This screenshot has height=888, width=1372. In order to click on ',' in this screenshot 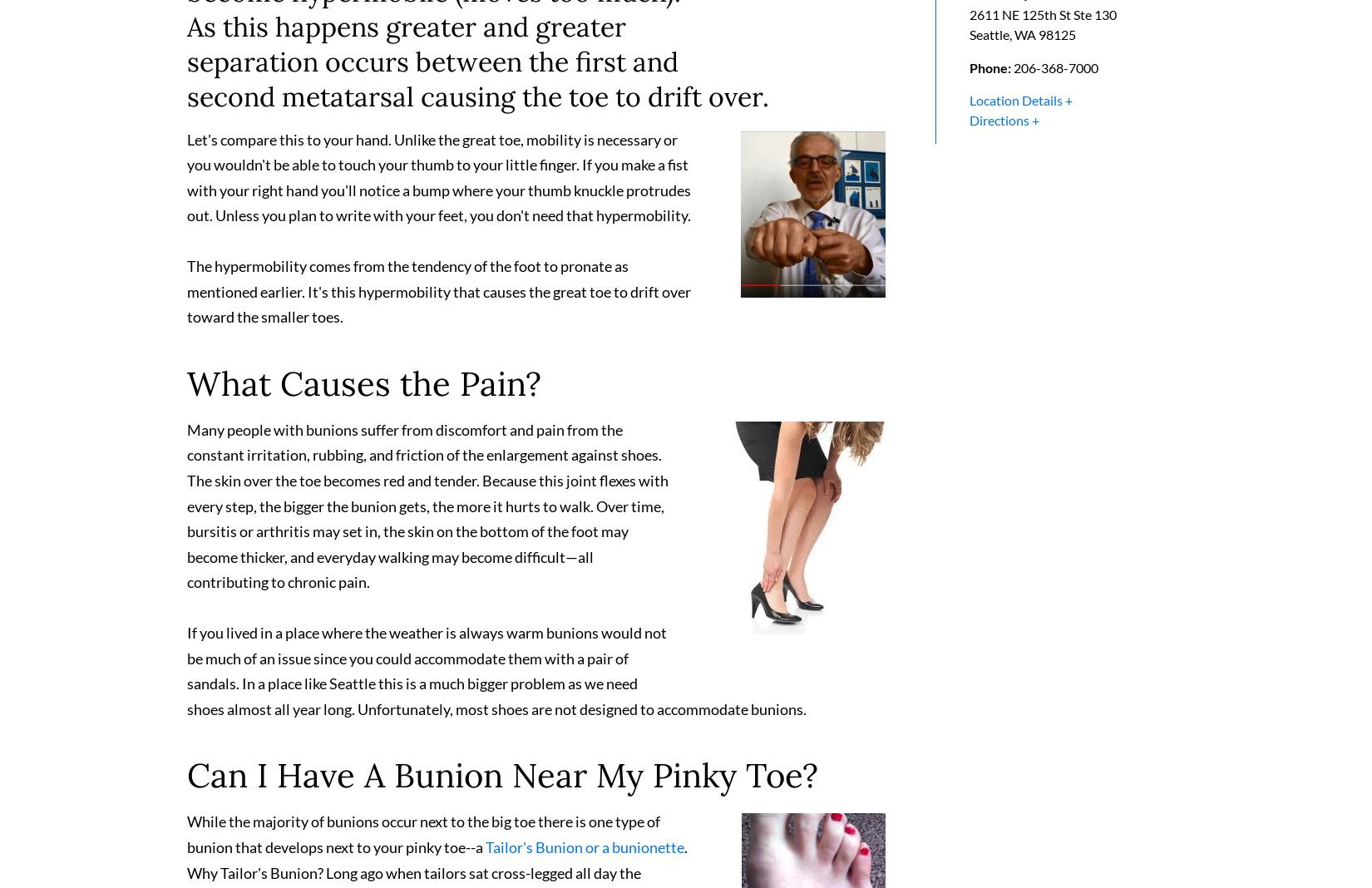, I will do `click(1012, 41)`.